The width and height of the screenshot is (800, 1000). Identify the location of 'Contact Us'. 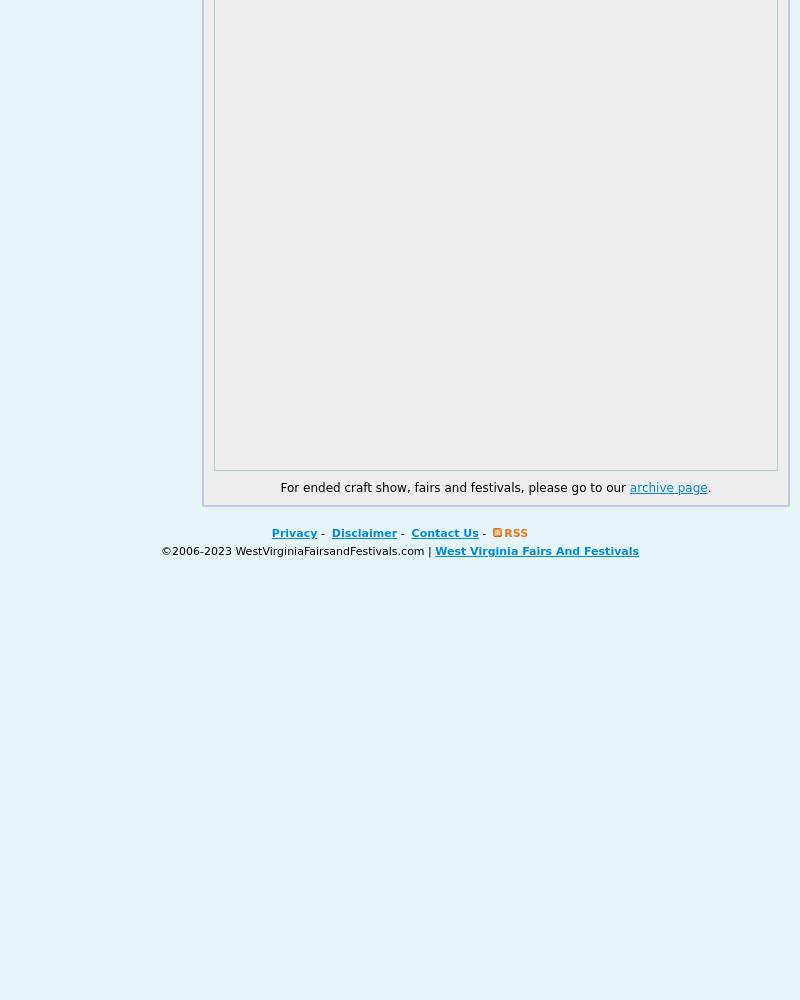
(443, 533).